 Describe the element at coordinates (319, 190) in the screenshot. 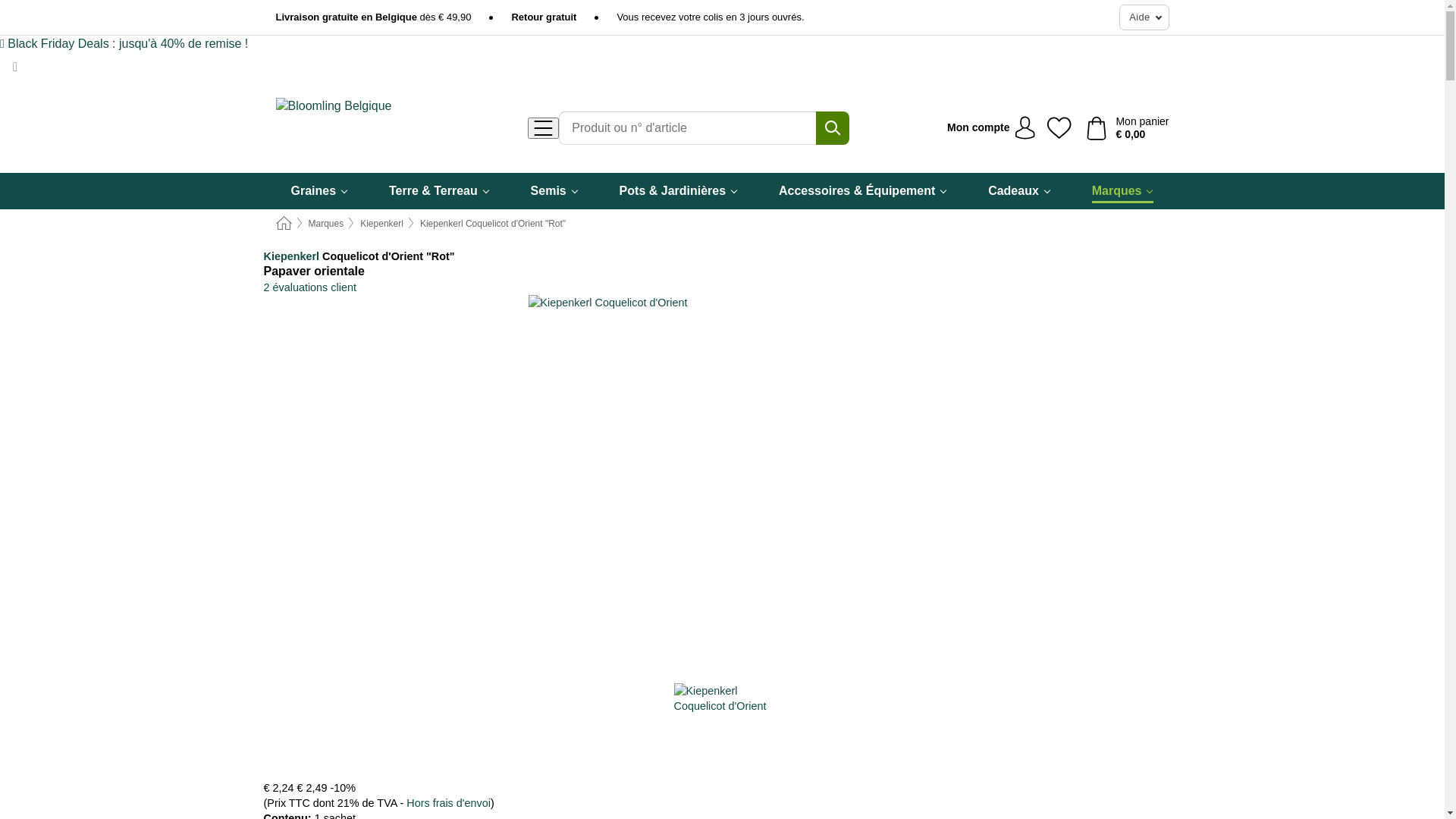

I see `'Graines'` at that location.